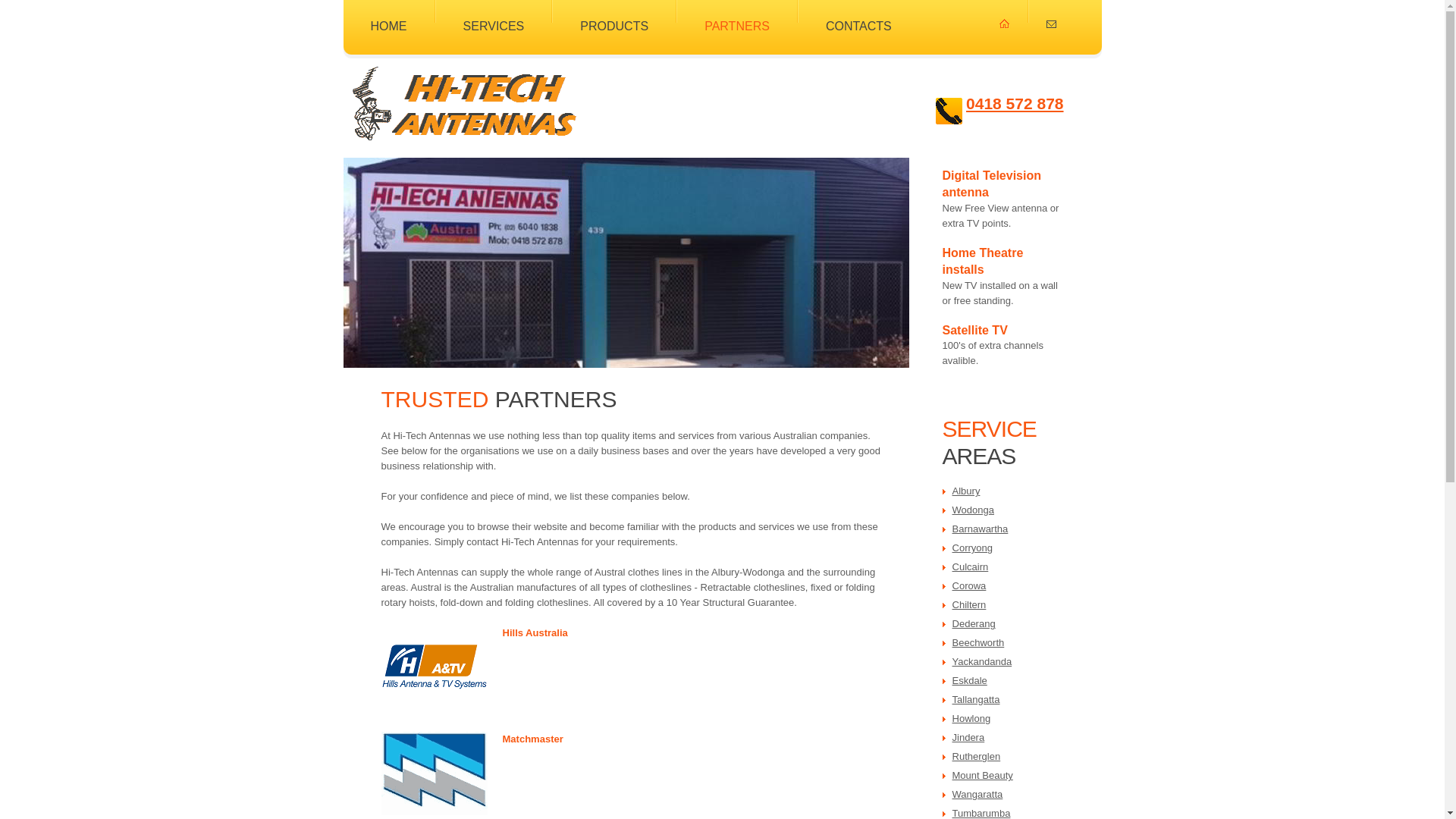 The image size is (1456, 819). I want to click on 'Yackandanda', so click(982, 661).